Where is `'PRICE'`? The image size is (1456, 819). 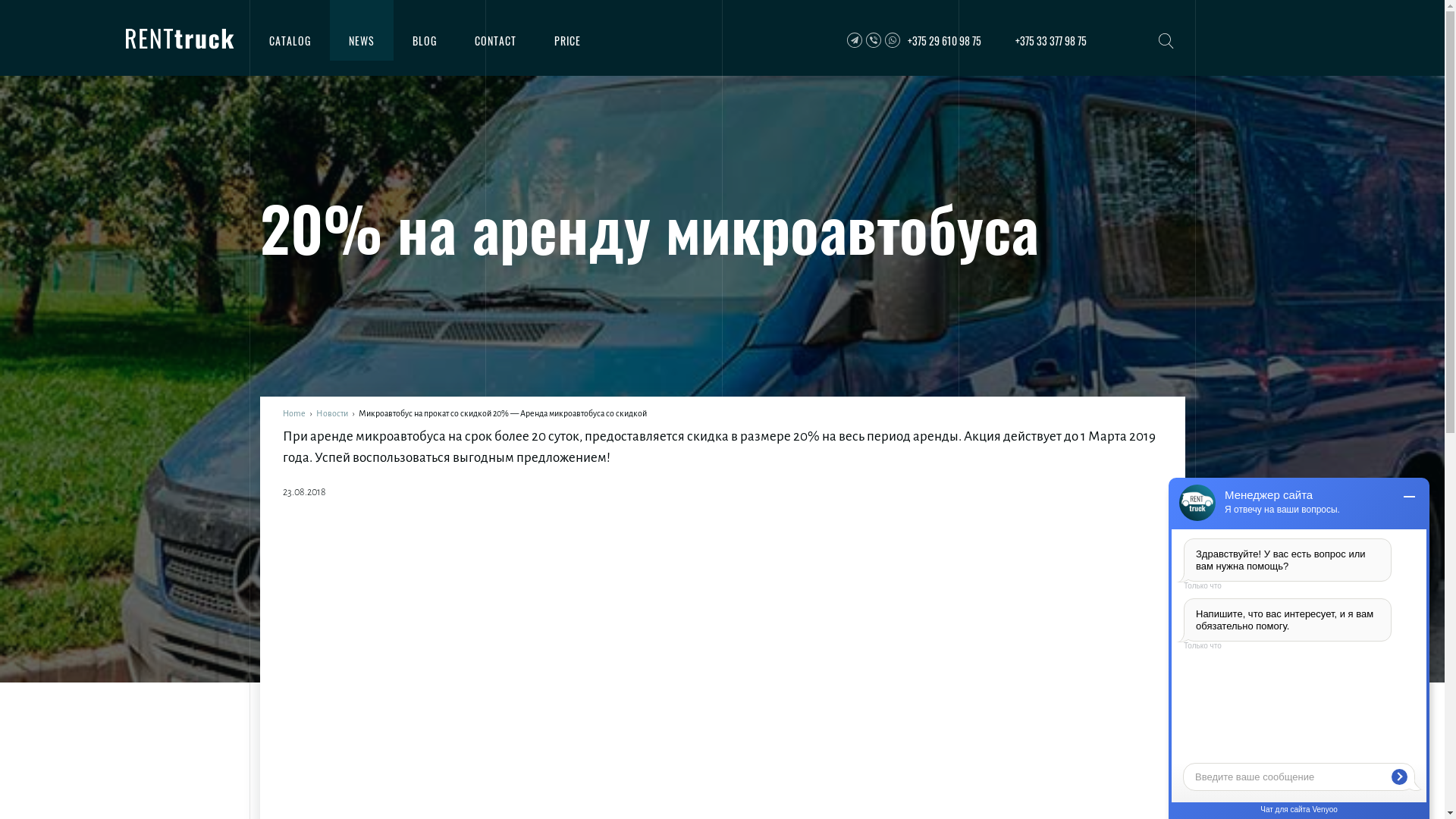
'PRICE' is located at coordinates (535, 37).